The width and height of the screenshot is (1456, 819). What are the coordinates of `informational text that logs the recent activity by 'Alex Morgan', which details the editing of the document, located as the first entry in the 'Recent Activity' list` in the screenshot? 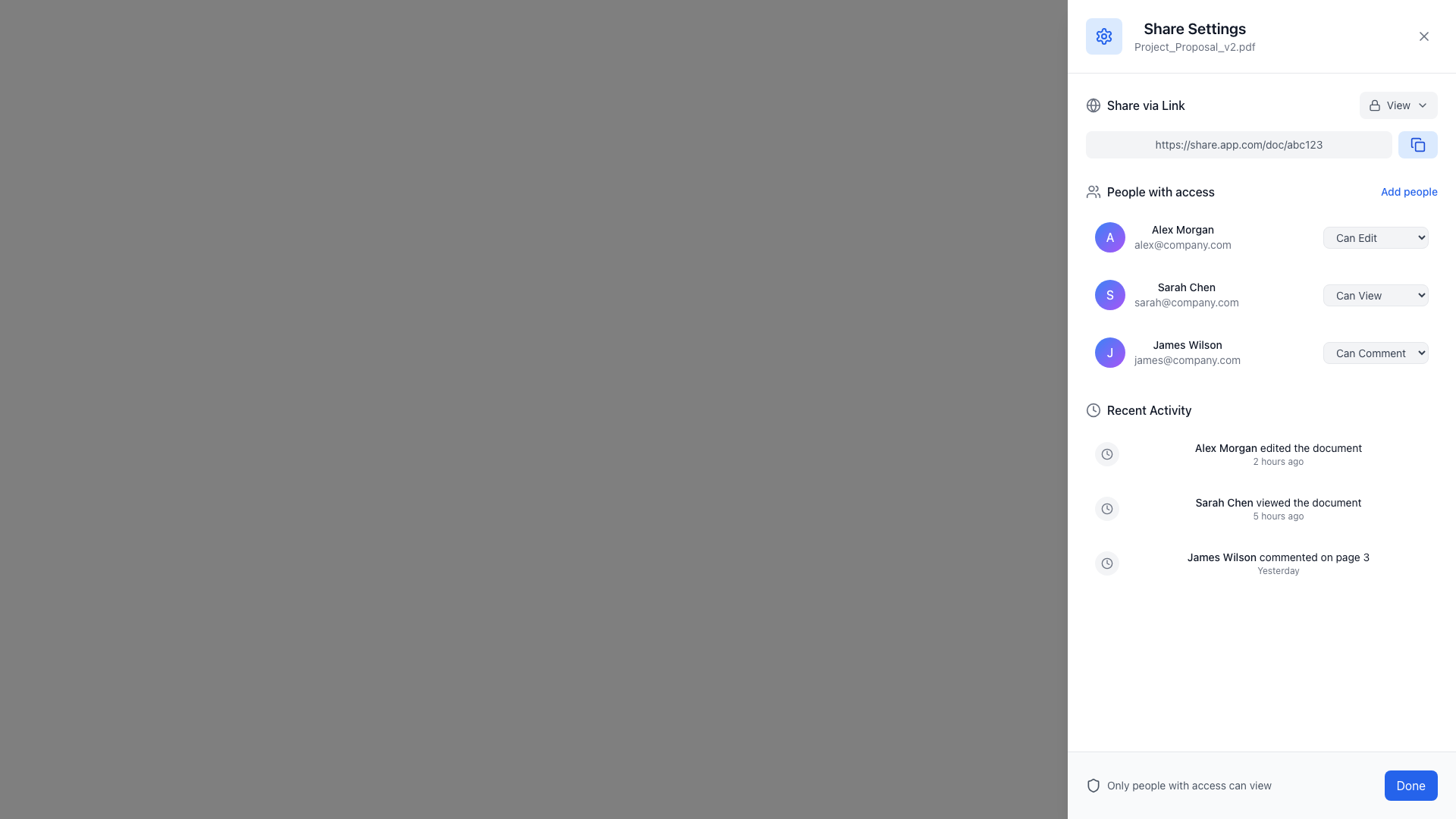 It's located at (1277, 447).